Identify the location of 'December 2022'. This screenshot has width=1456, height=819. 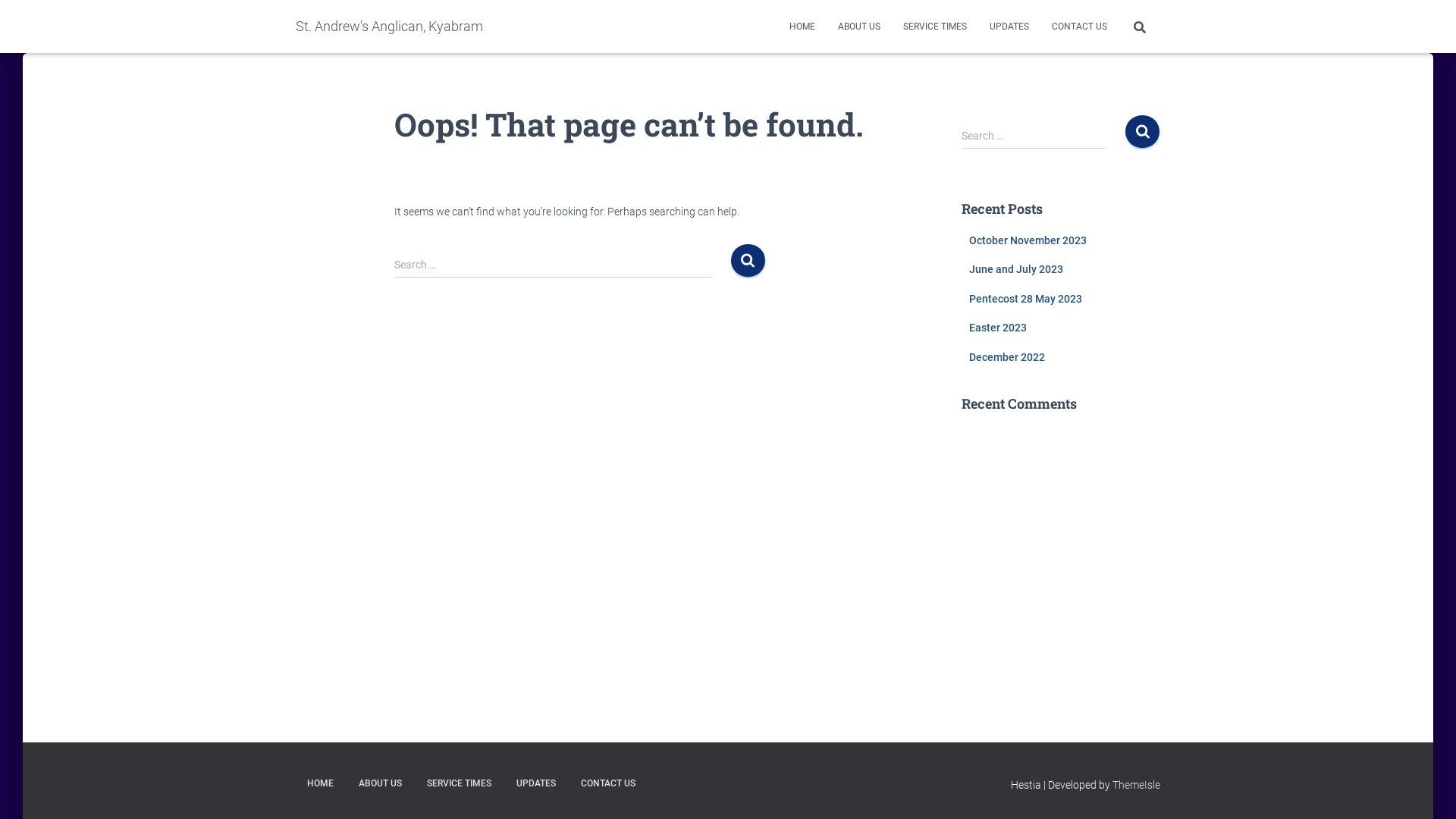
(968, 356).